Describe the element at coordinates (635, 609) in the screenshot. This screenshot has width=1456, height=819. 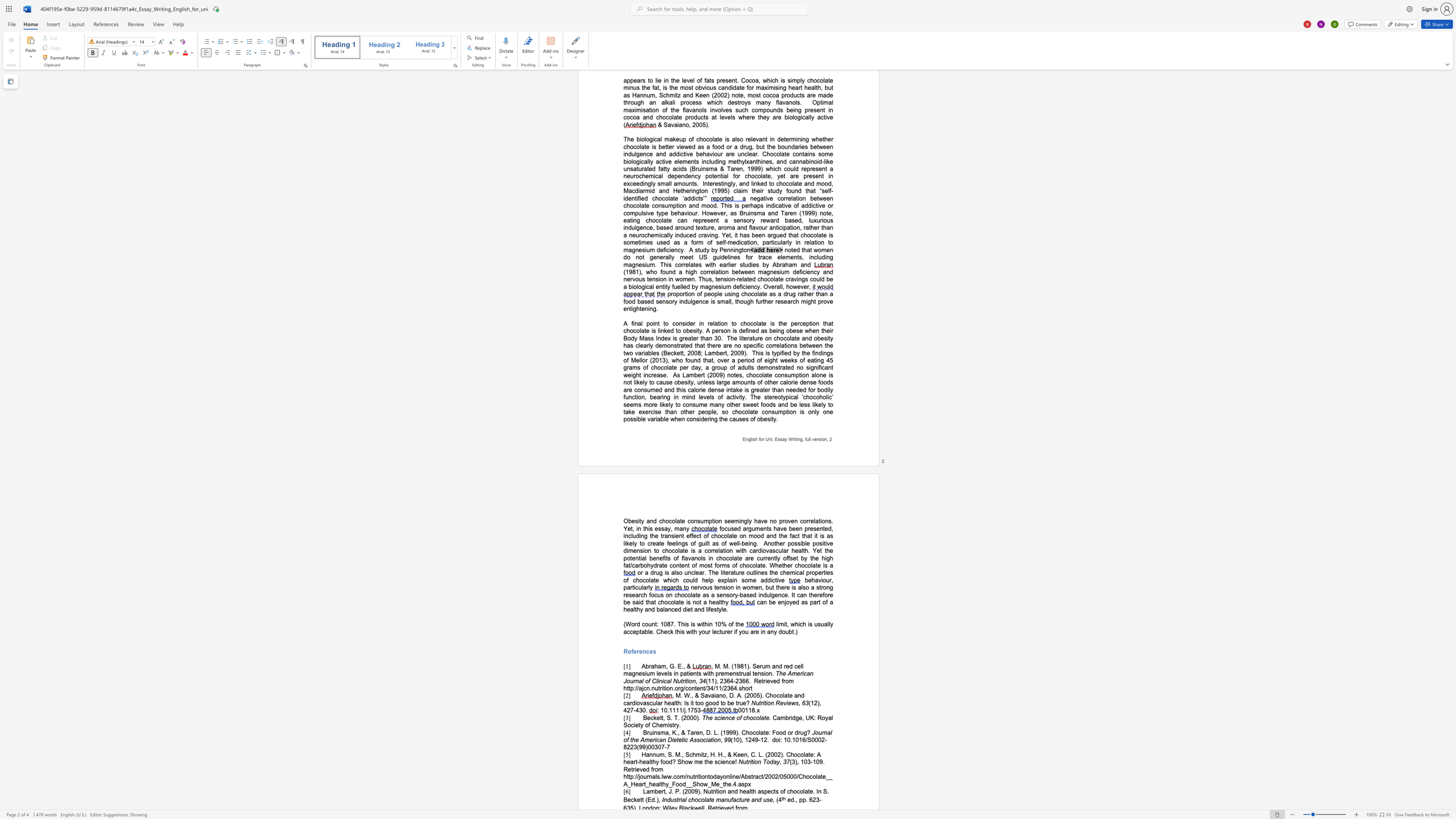
I see `the subset text "thy and balanced diet and lifestyle" within the text "can be enjoyed as part of a healthy and balanced diet and lifestyle."` at that location.